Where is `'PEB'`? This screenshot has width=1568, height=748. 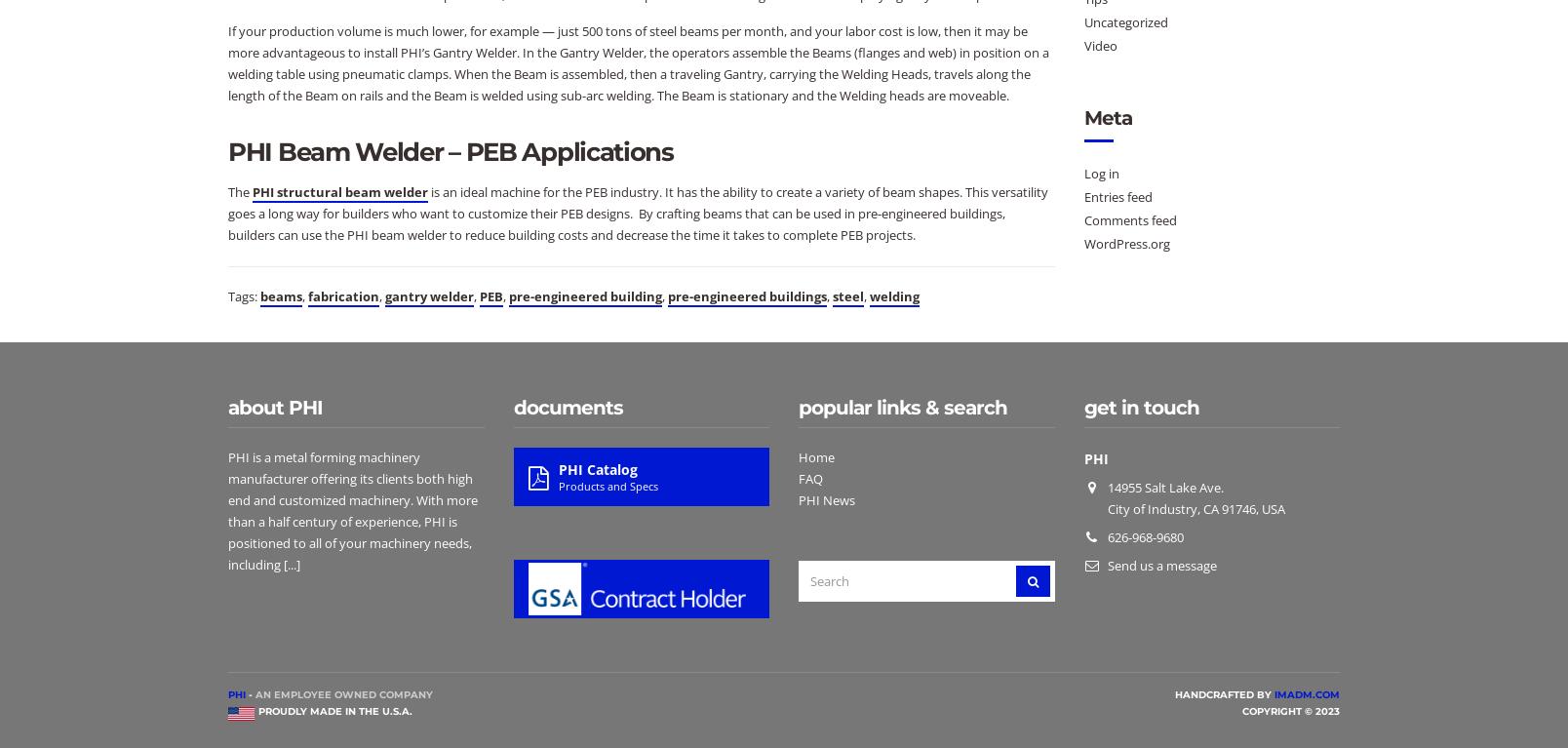 'PEB' is located at coordinates (490, 295).